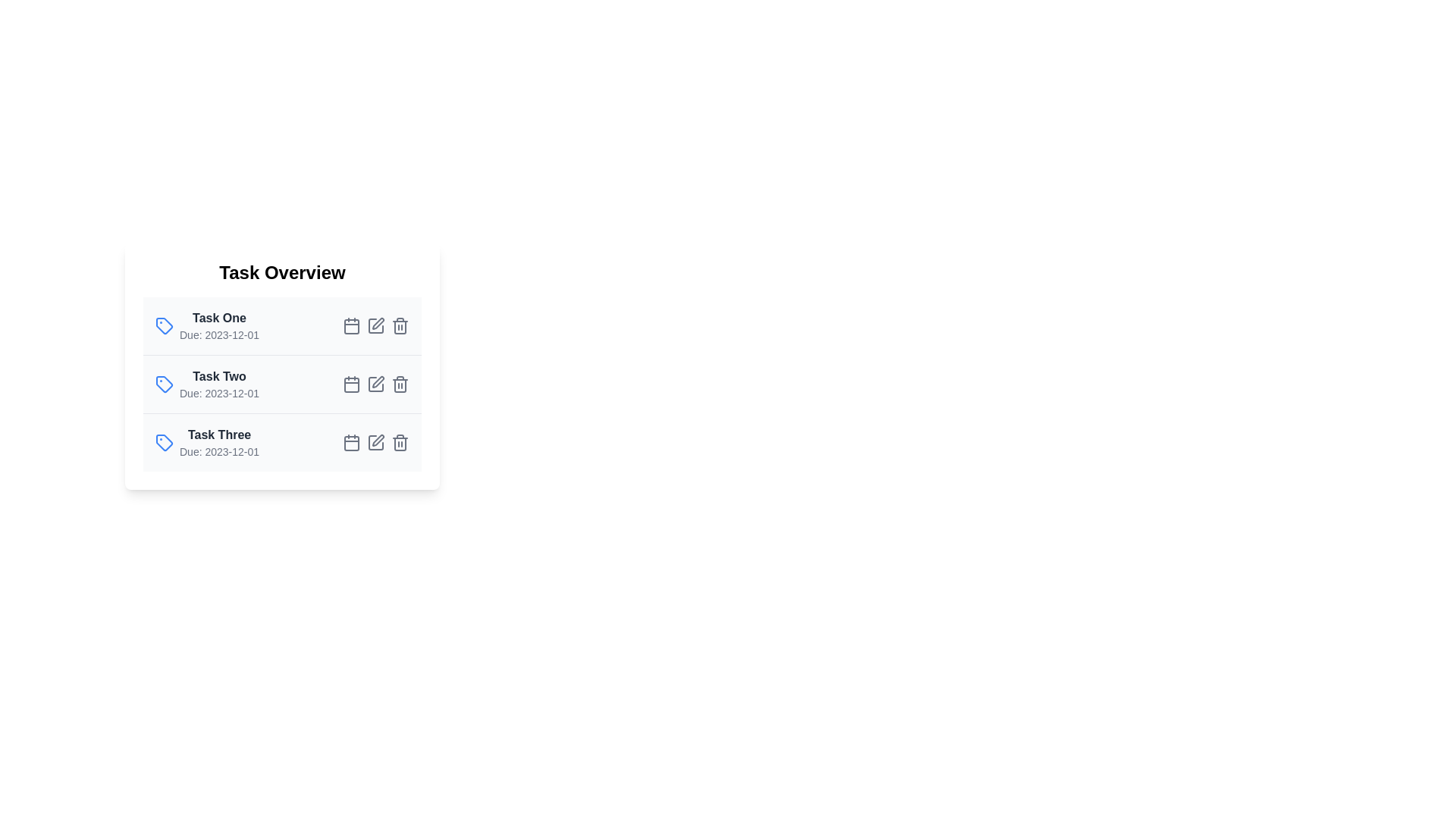 This screenshot has height=819, width=1456. Describe the element at coordinates (218, 442) in the screenshot. I see `the text field that displays the task information for 'Task Three' located in the 'Task Overview' card, below 'Task Two'` at that location.